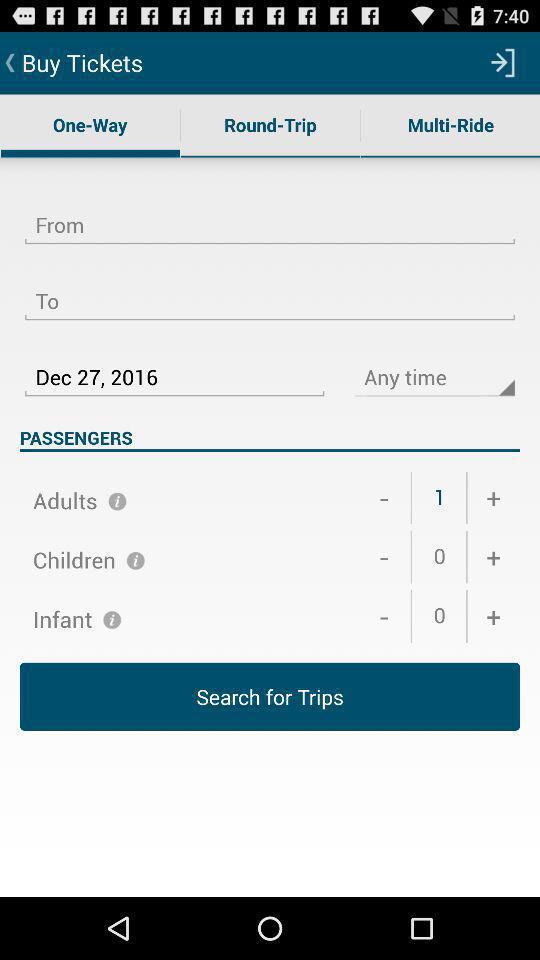  Describe the element at coordinates (270, 288) in the screenshot. I see `destination` at that location.